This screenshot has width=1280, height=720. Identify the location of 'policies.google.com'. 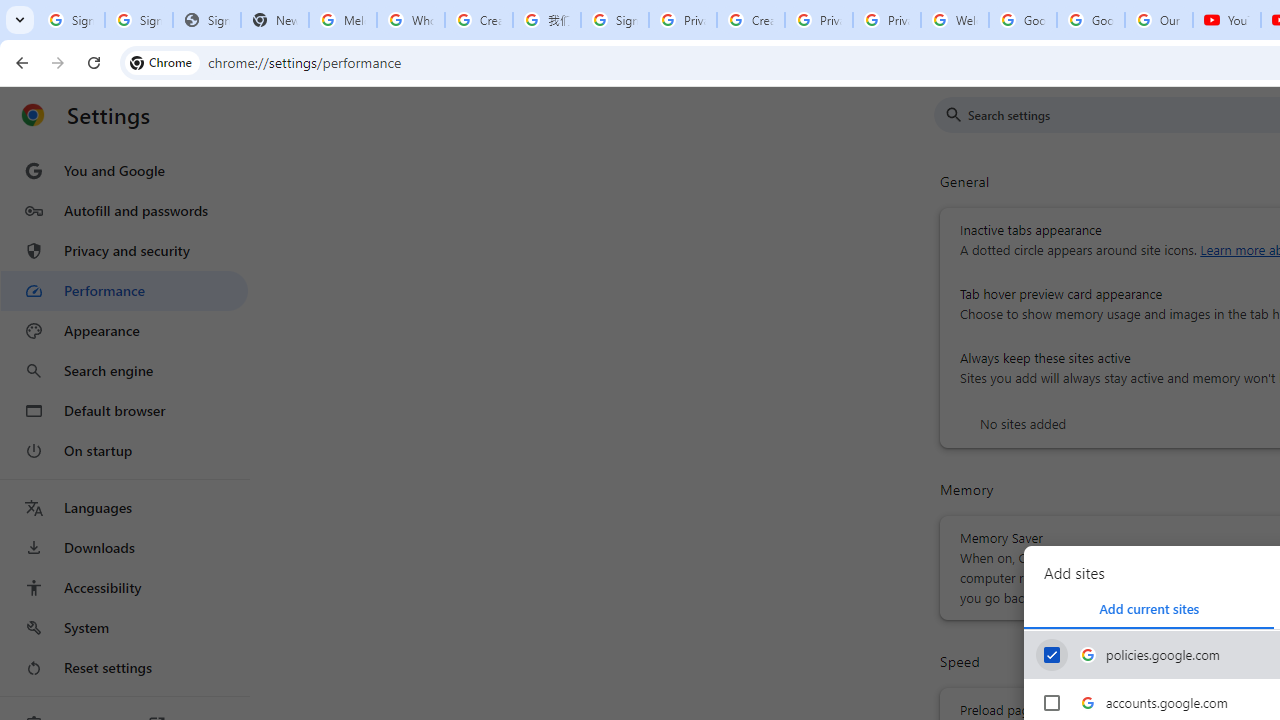
(1051, 655).